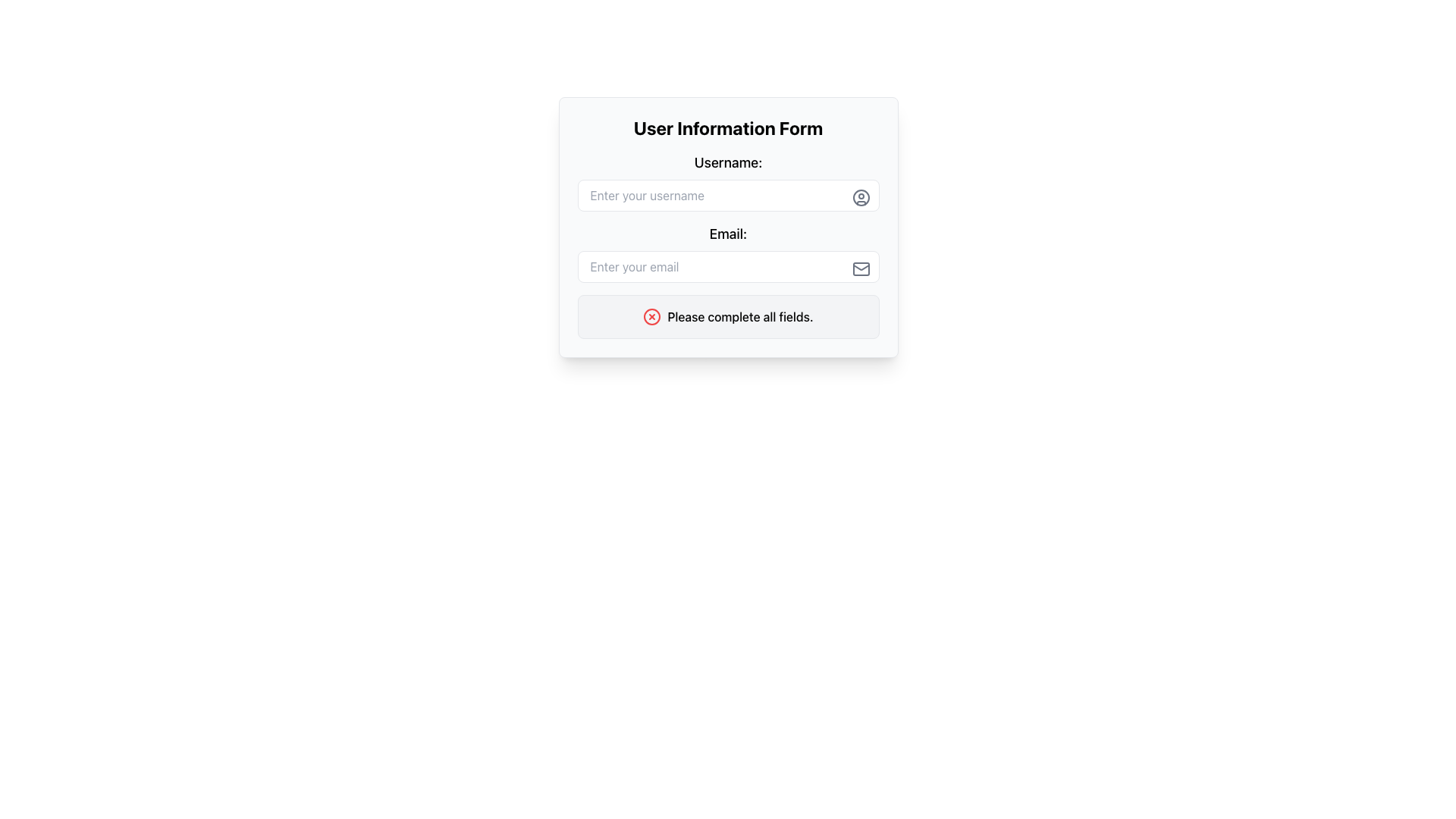 This screenshot has width=1456, height=819. I want to click on the red circular error icon with a white background and a red cross, located in the 'User Information Form' section, to the left of the error message 'Please complete all fields.', so click(652, 315).